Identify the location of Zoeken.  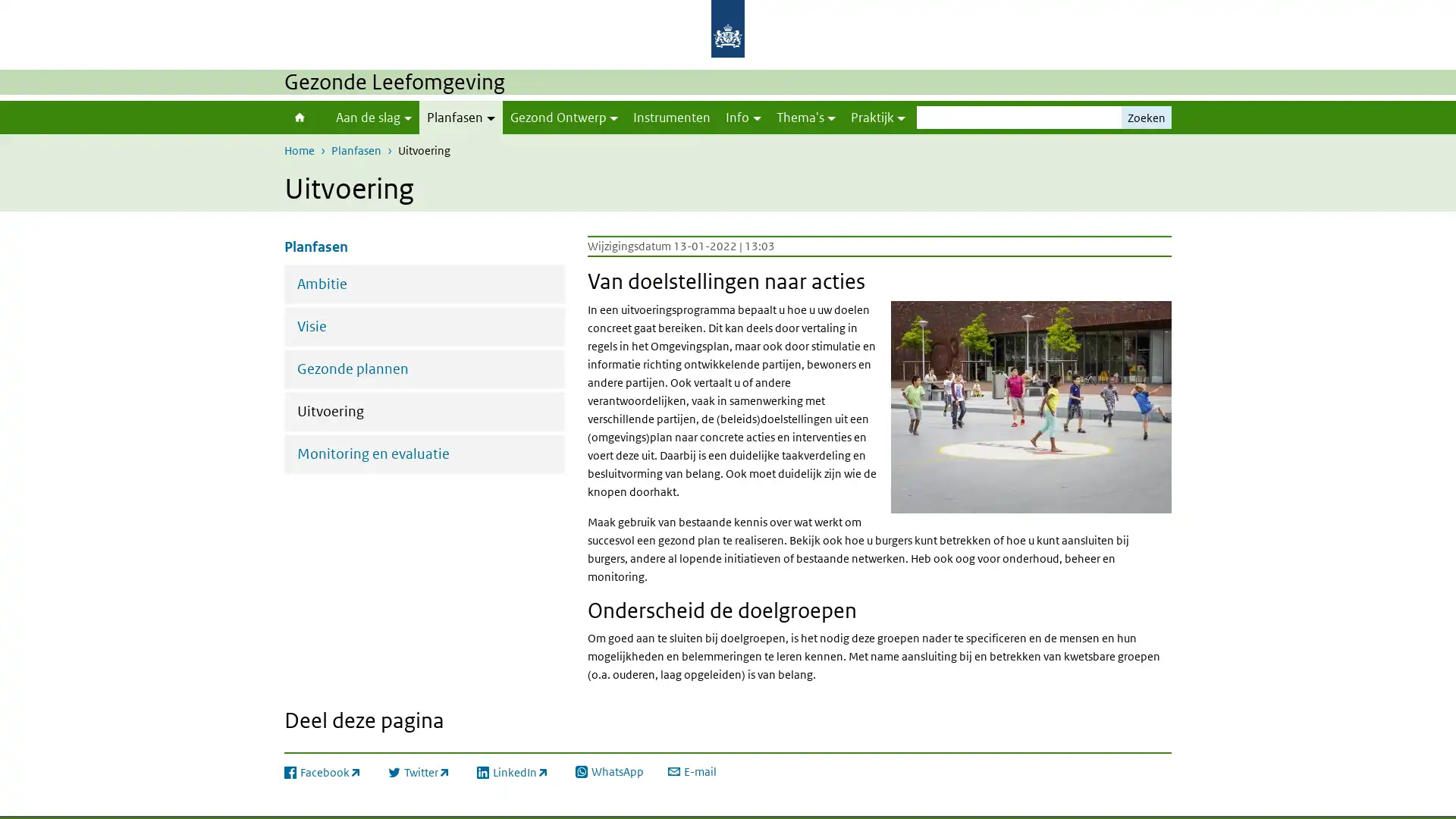
(1147, 116).